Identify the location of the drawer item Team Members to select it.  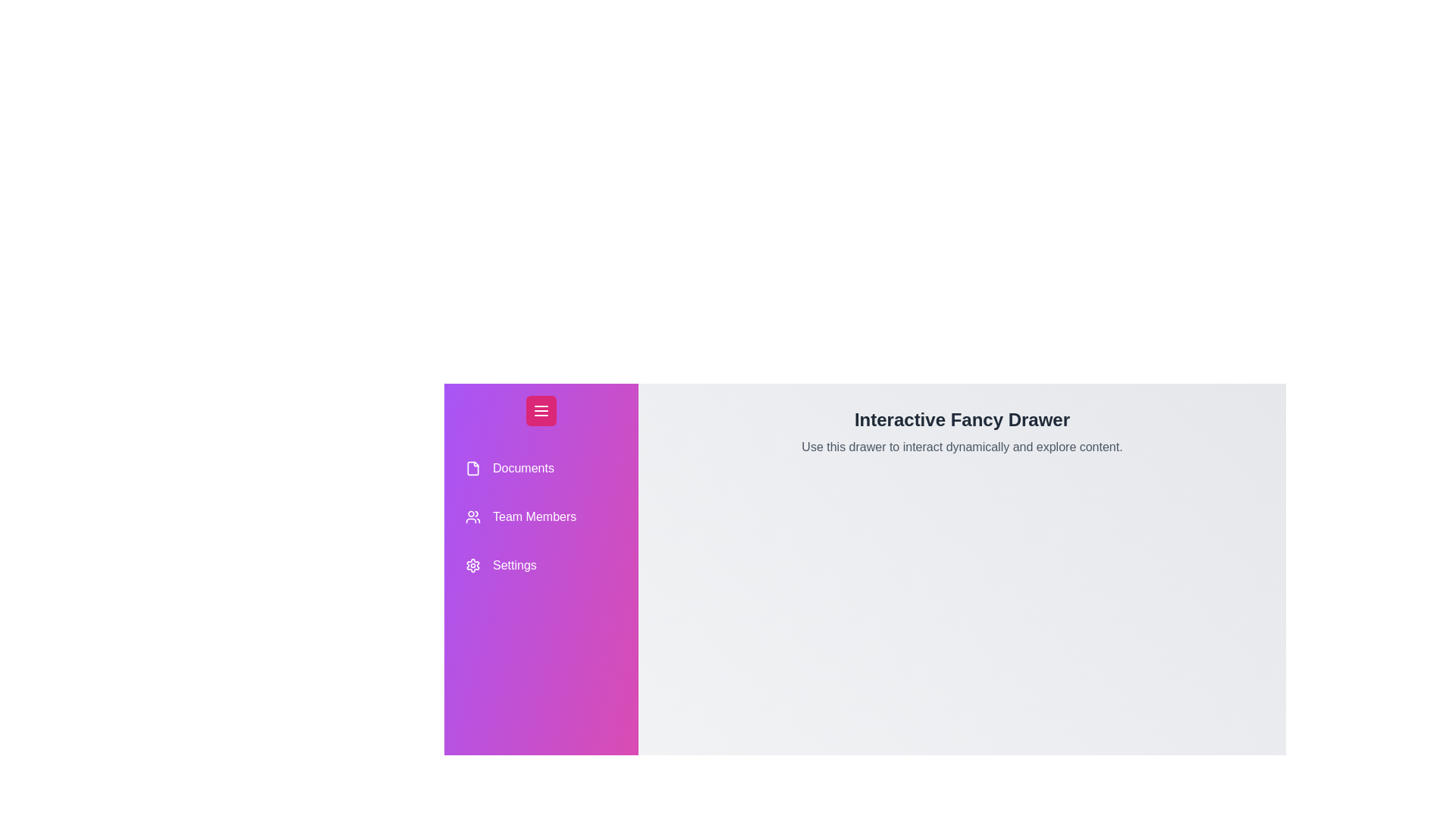
(541, 516).